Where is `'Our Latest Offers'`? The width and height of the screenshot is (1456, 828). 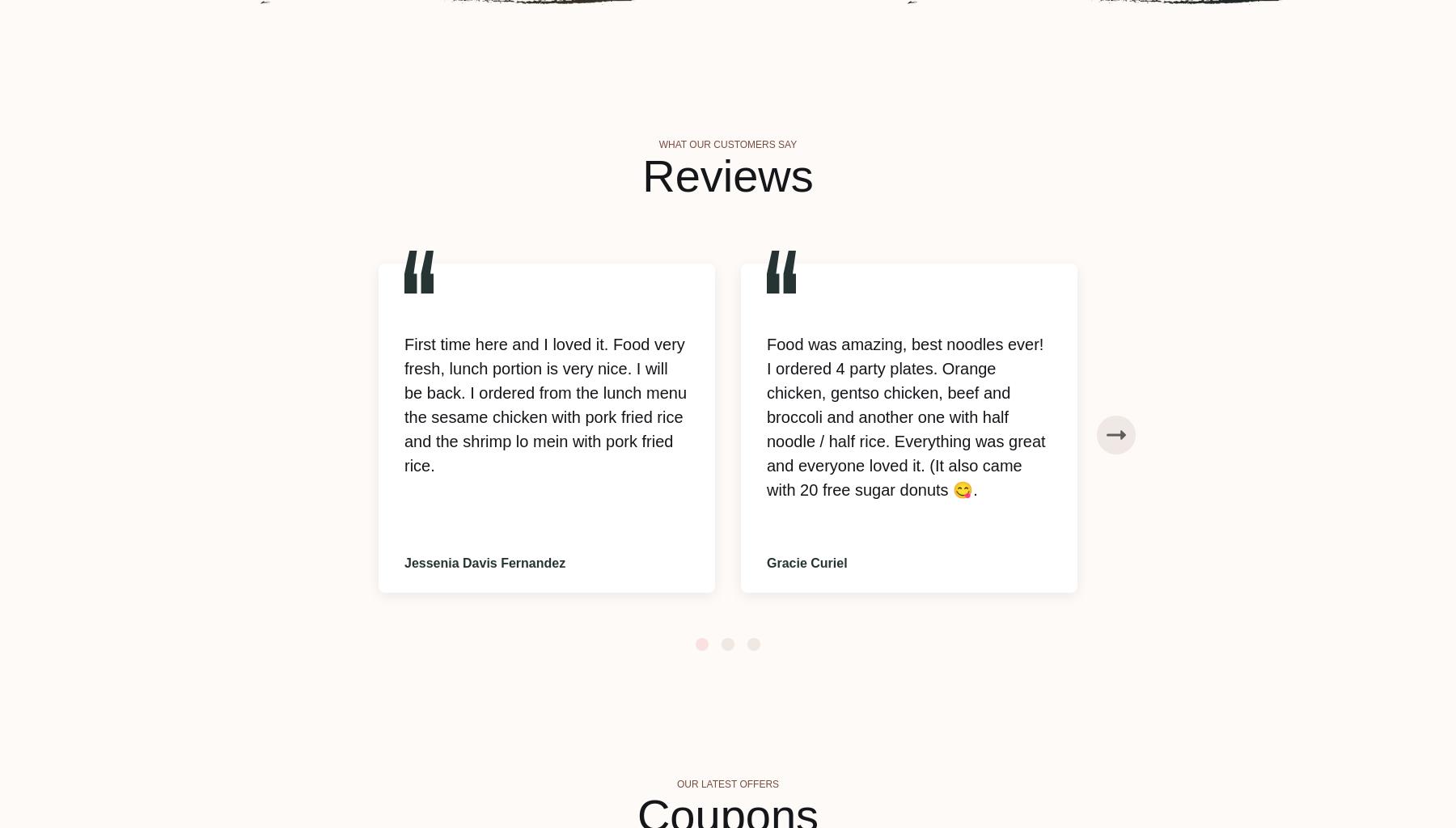
'Our Latest Offers' is located at coordinates (675, 784).